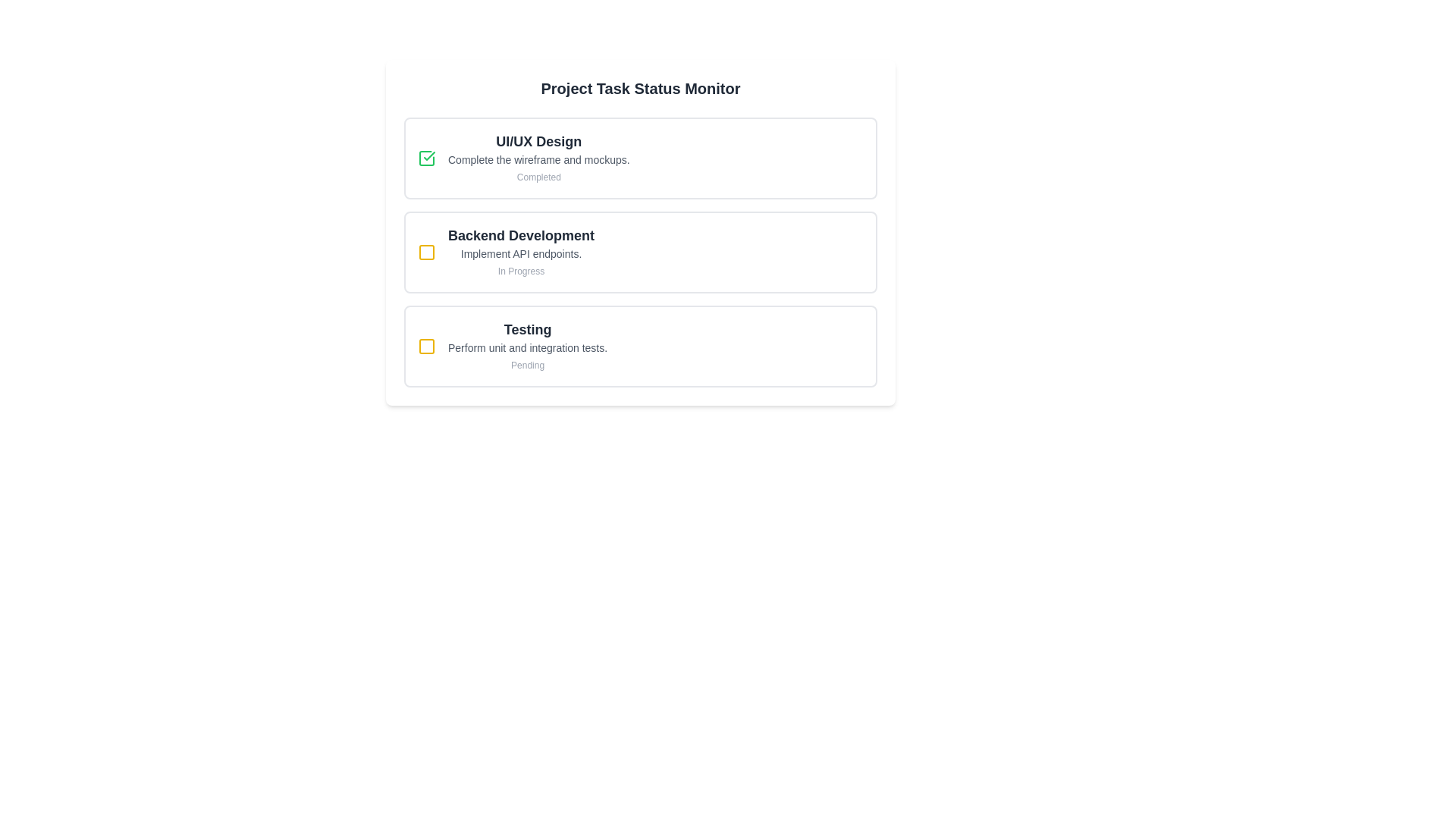  What do you see at coordinates (640, 251) in the screenshot?
I see `the Interactive task card for 'Backend Development'` at bounding box center [640, 251].